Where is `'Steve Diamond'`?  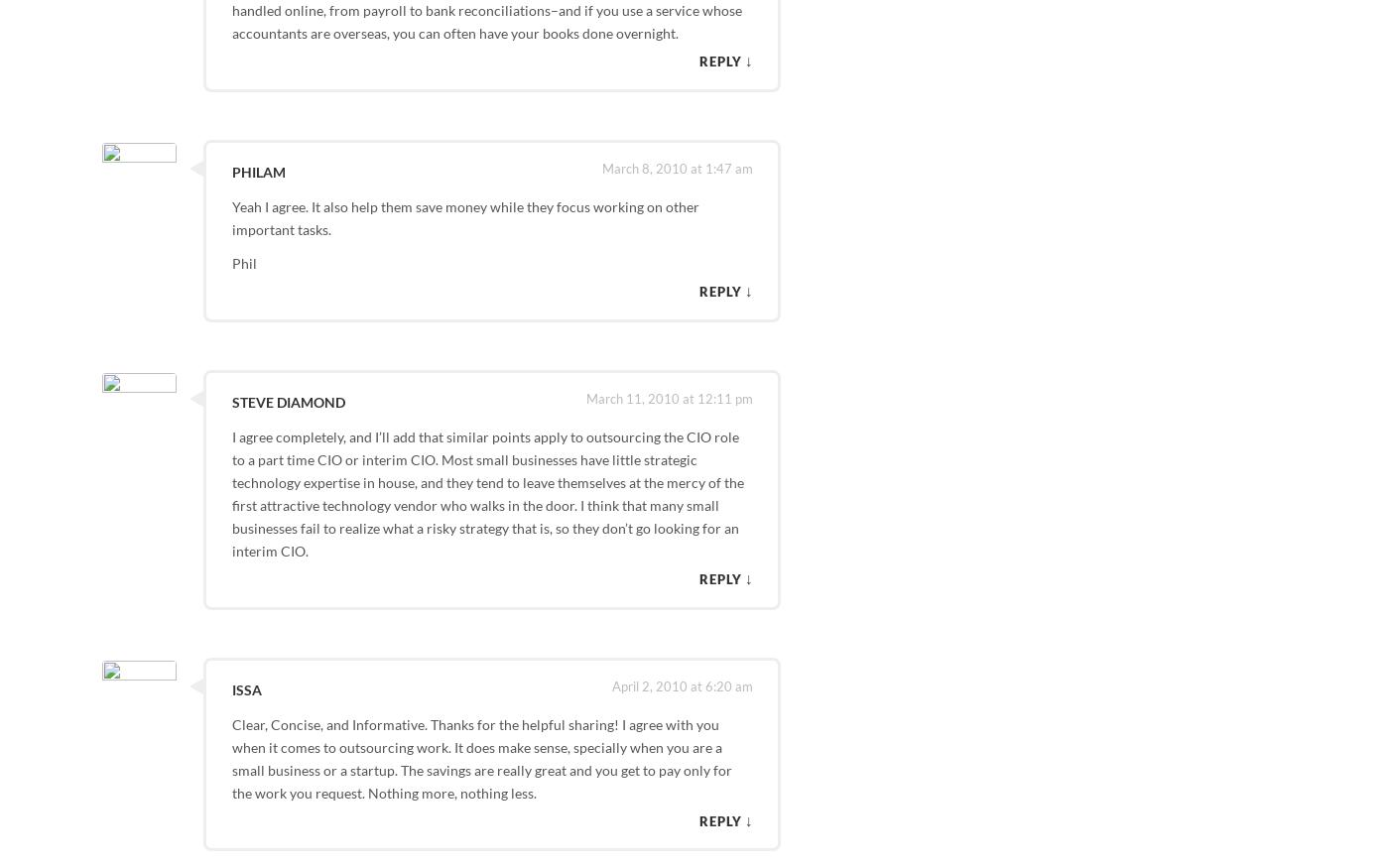
'Steve Diamond' is located at coordinates (229, 400).